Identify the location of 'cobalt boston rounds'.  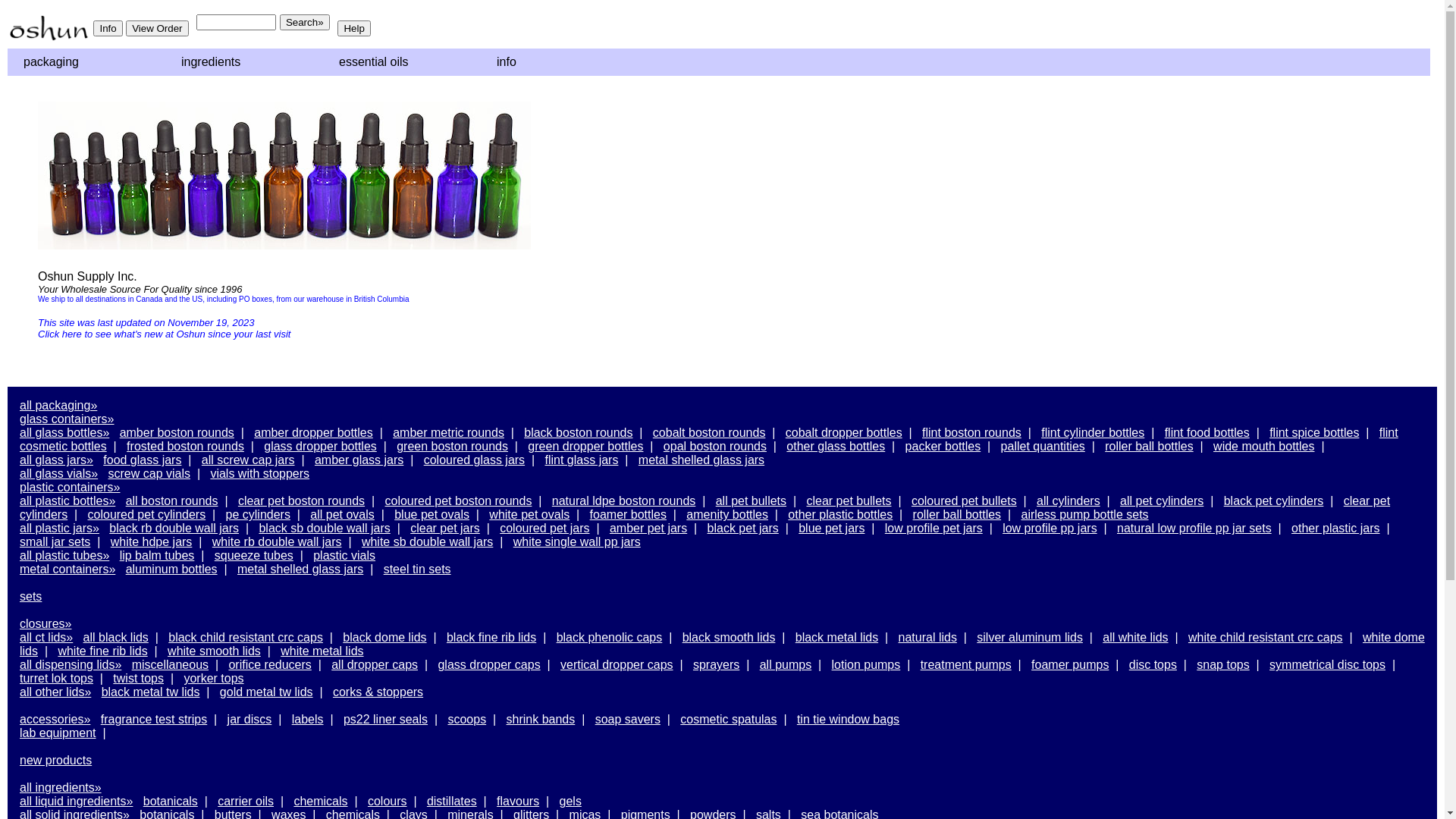
(708, 432).